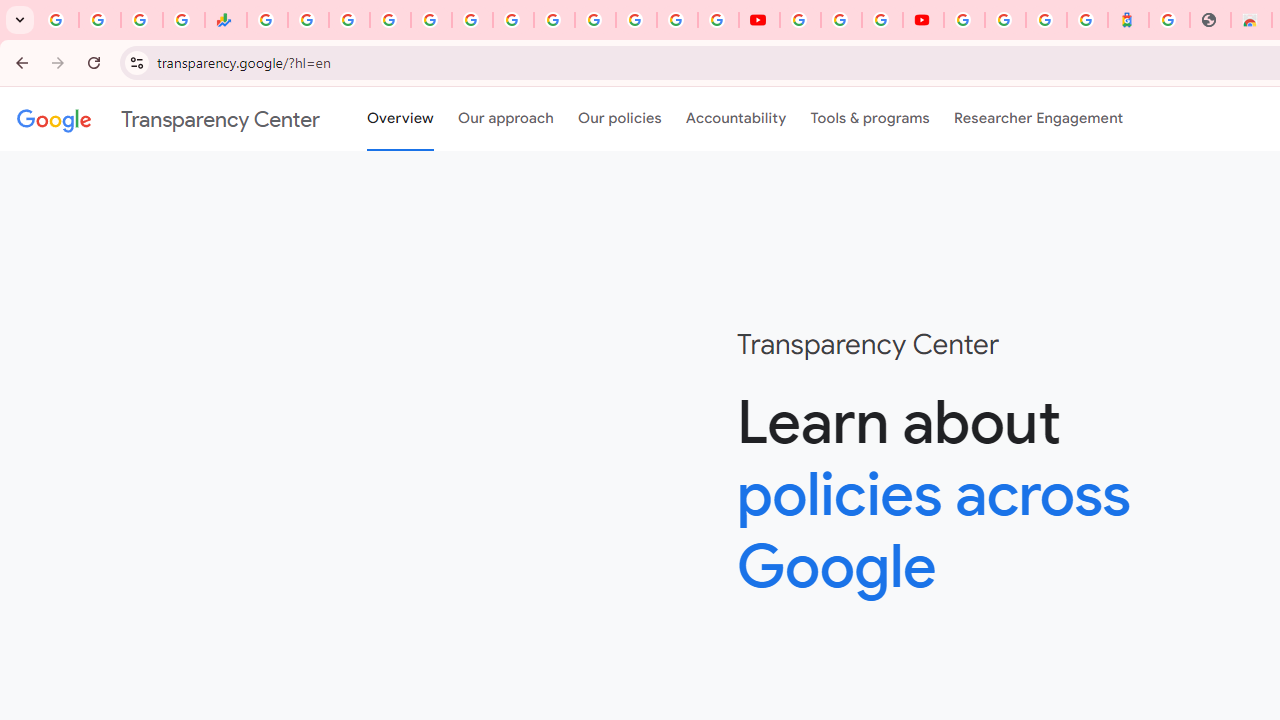 The height and width of the screenshot is (720, 1280). Describe the element at coordinates (93, 61) in the screenshot. I see `'Reload'` at that location.